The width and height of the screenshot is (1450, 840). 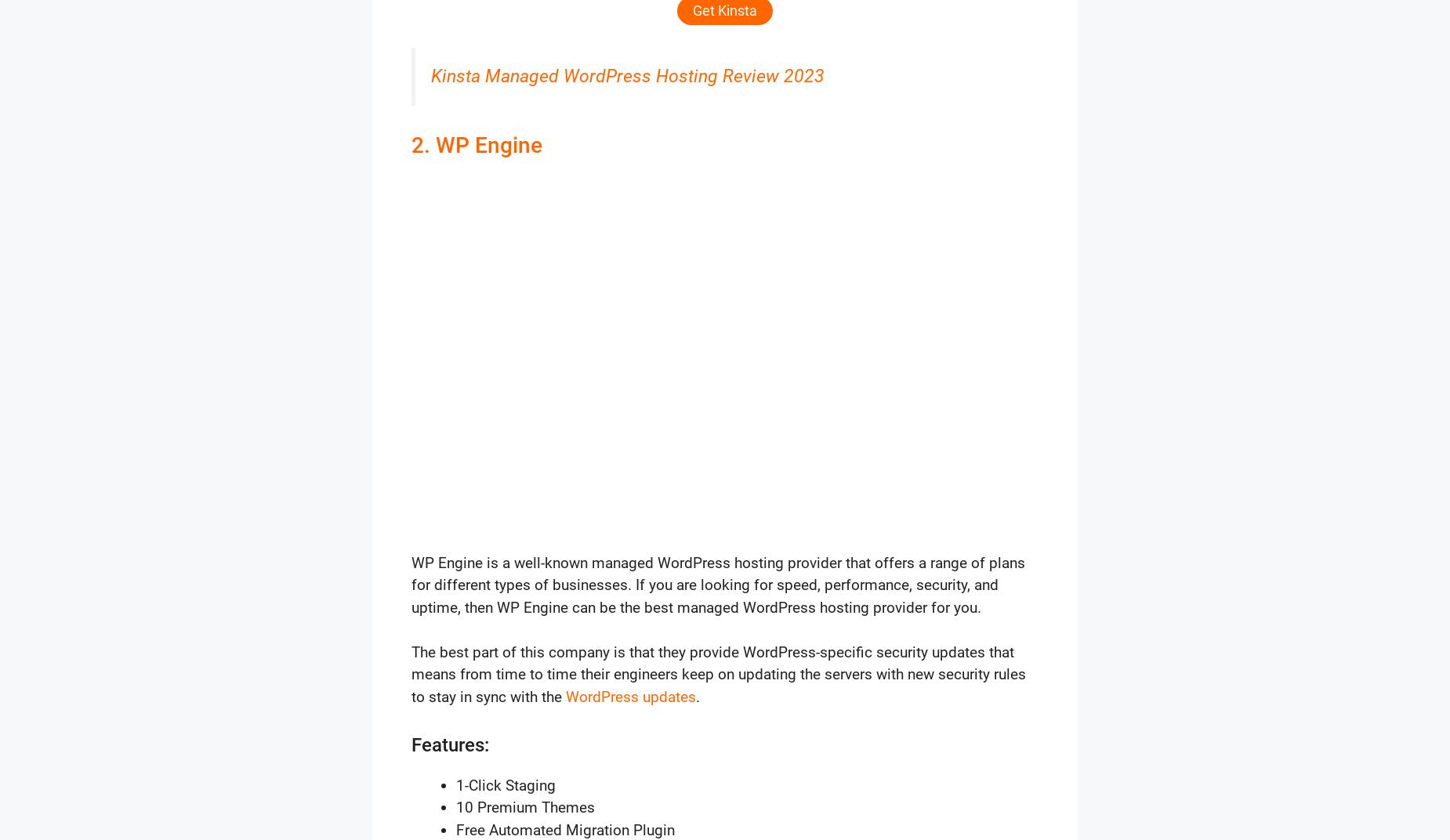 I want to click on '2. WP Engine', so click(x=477, y=144).